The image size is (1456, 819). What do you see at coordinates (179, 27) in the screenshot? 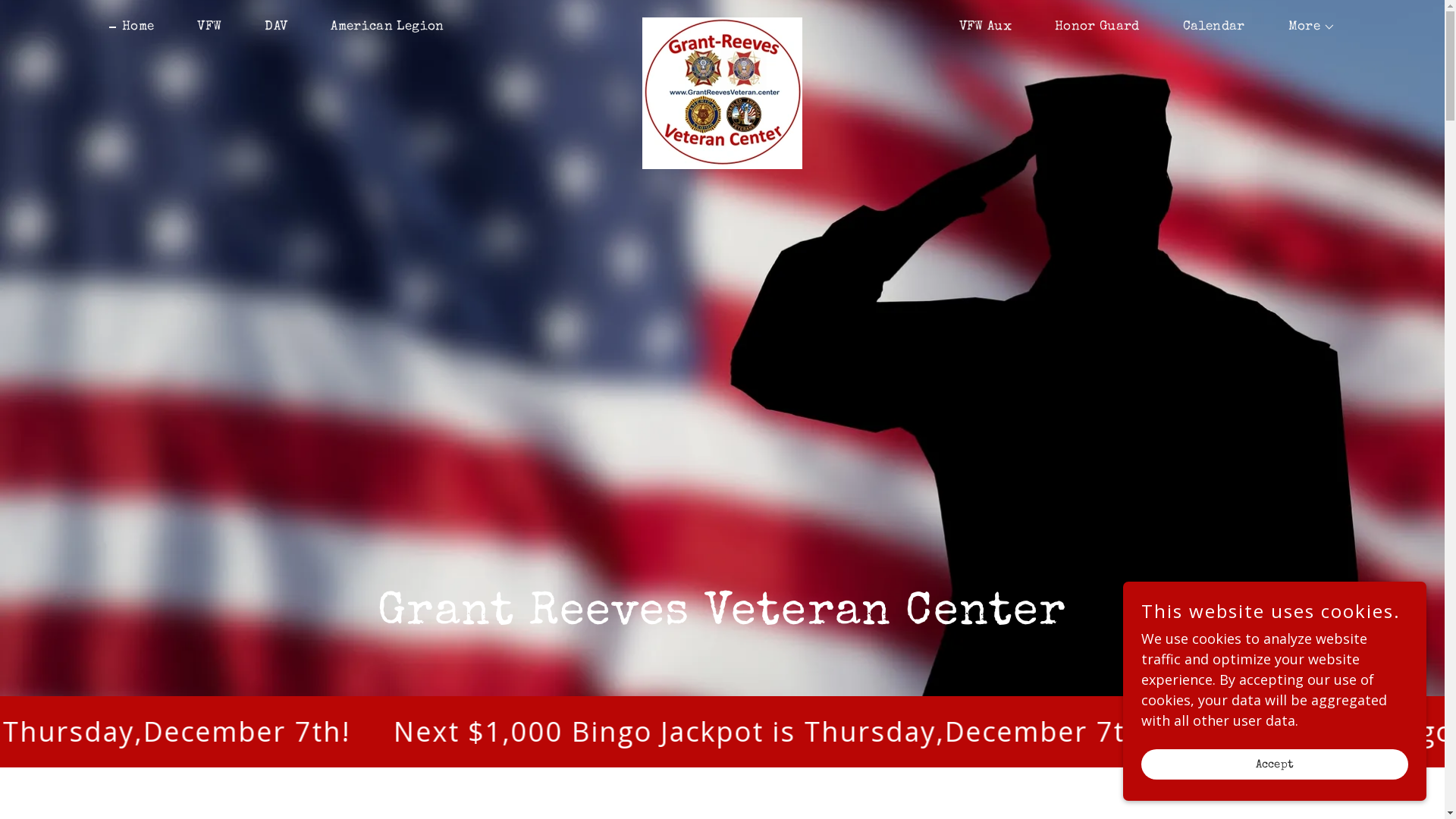
I see `'VFW'` at bounding box center [179, 27].